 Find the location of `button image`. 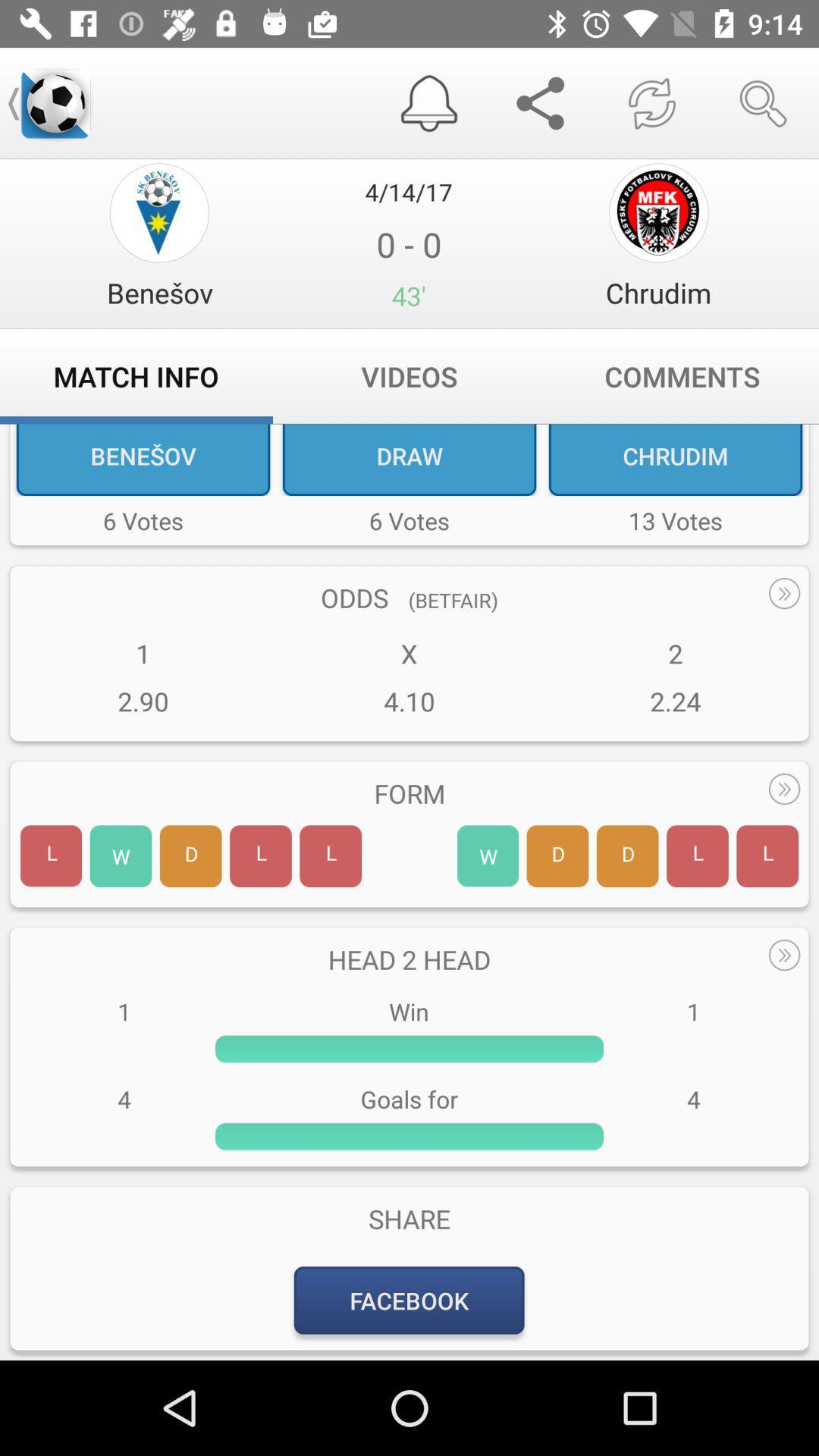

button image is located at coordinates (159, 212).